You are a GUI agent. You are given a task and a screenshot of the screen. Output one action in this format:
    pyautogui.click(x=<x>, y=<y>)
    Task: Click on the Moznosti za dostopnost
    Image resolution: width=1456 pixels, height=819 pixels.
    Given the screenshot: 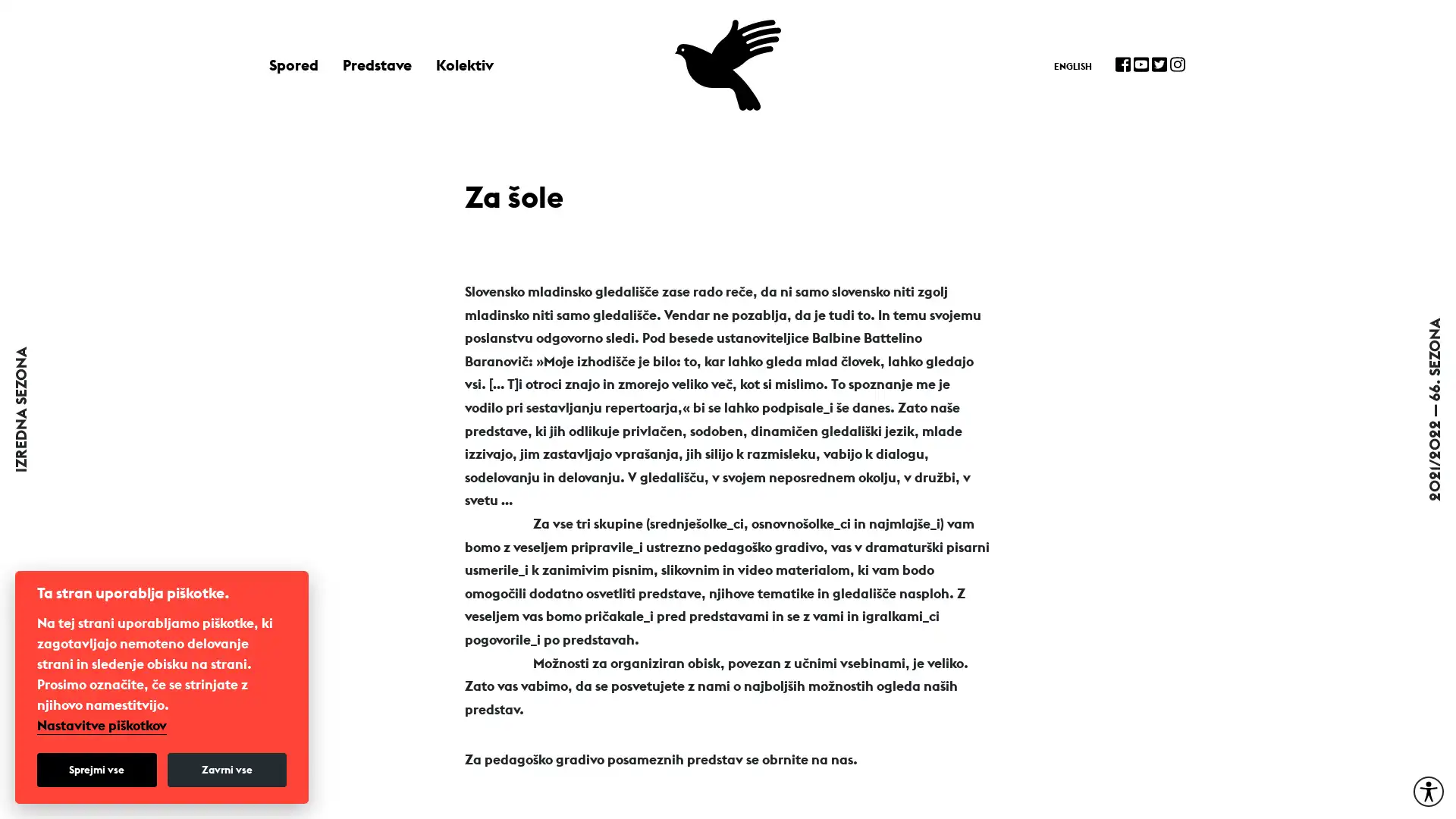 What is the action you would take?
    pyautogui.click(x=1427, y=791)
    